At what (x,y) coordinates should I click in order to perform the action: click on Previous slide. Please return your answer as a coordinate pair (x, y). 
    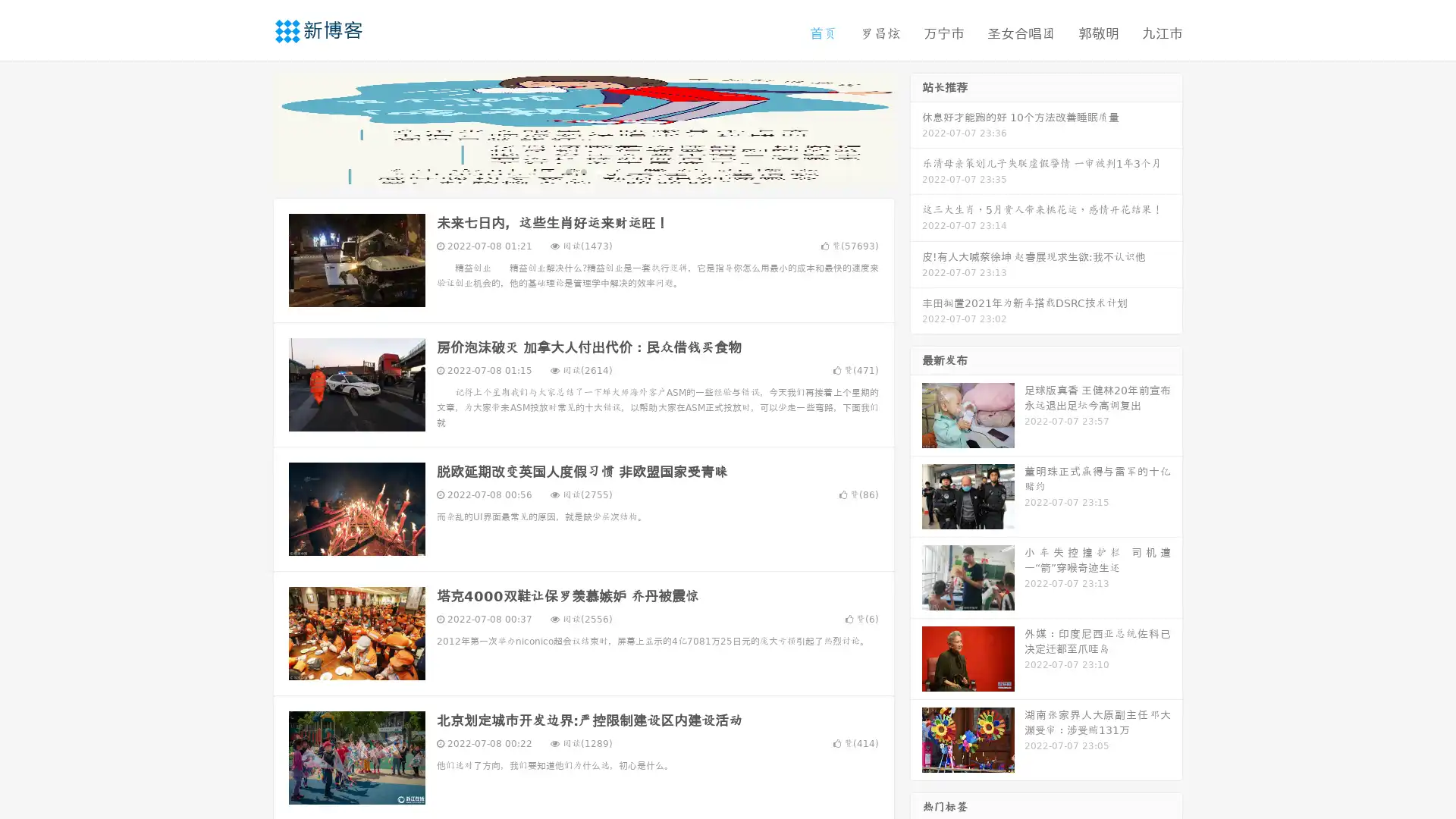
    Looking at the image, I should click on (250, 127).